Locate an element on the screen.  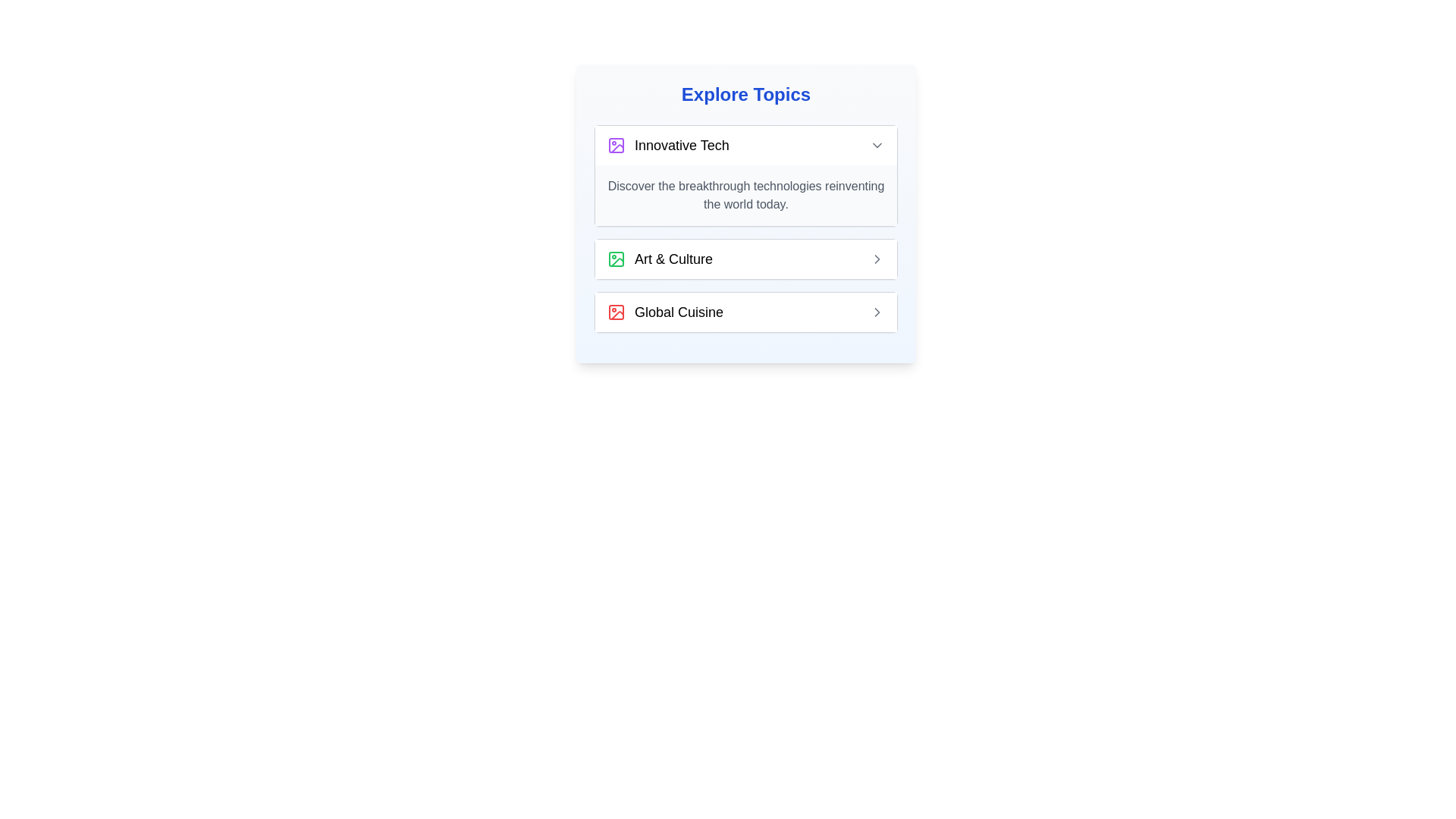
the red SVG-based image icon that represents a placeholder image, located to the left of the text 'Global Cuisine' is located at coordinates (616, 312).